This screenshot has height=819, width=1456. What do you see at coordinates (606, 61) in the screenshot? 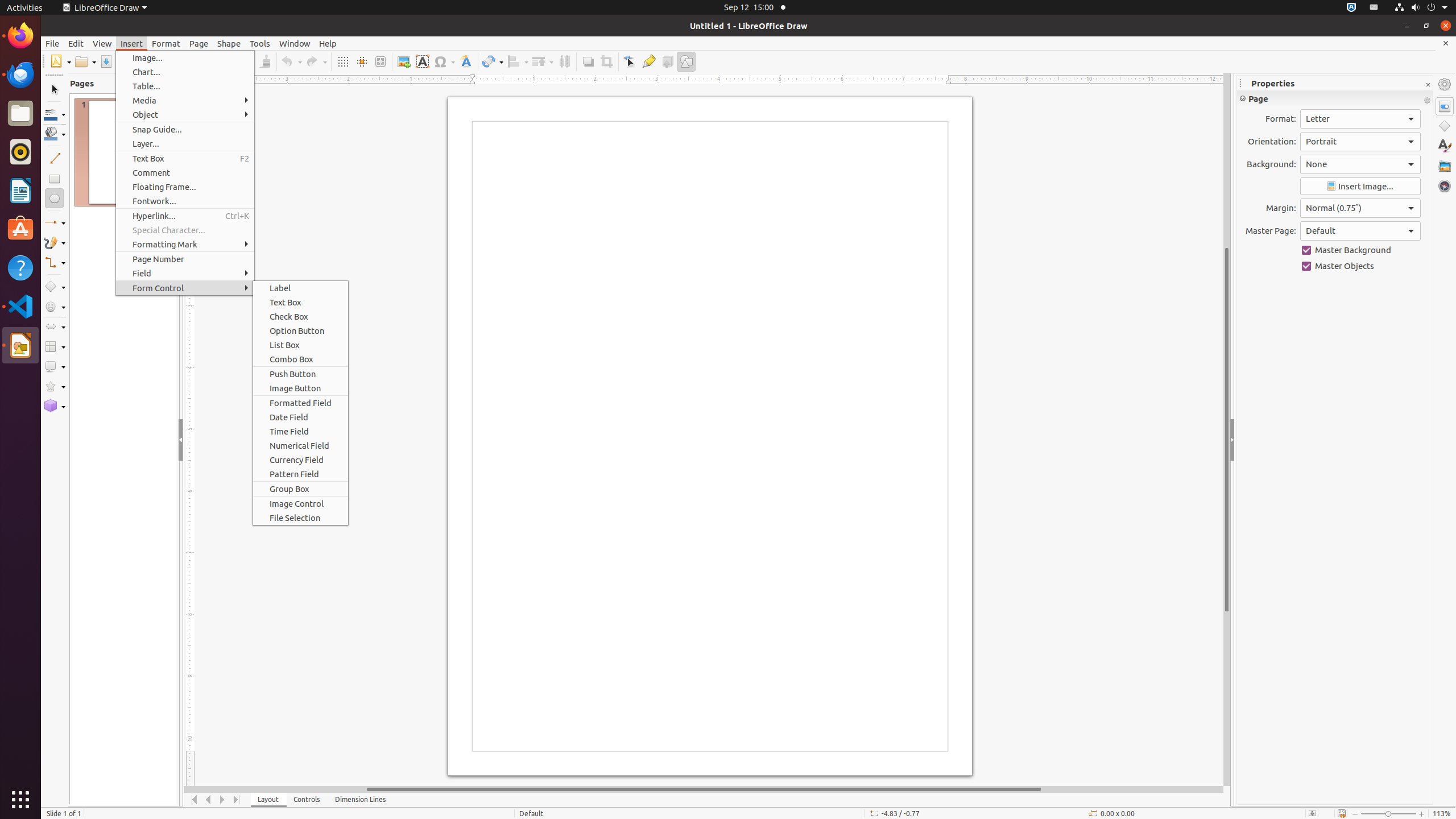
I see `'Crop'` at bounding box center [606, 61].